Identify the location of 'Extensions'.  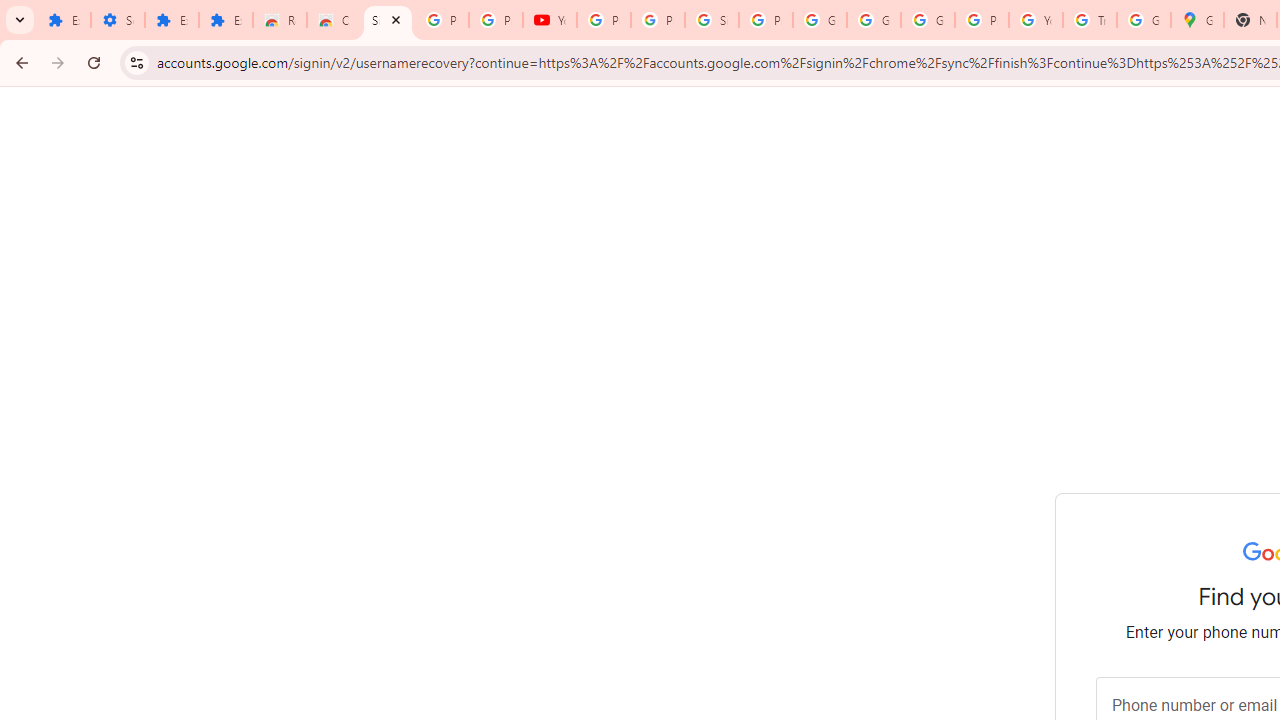
(225, 20).